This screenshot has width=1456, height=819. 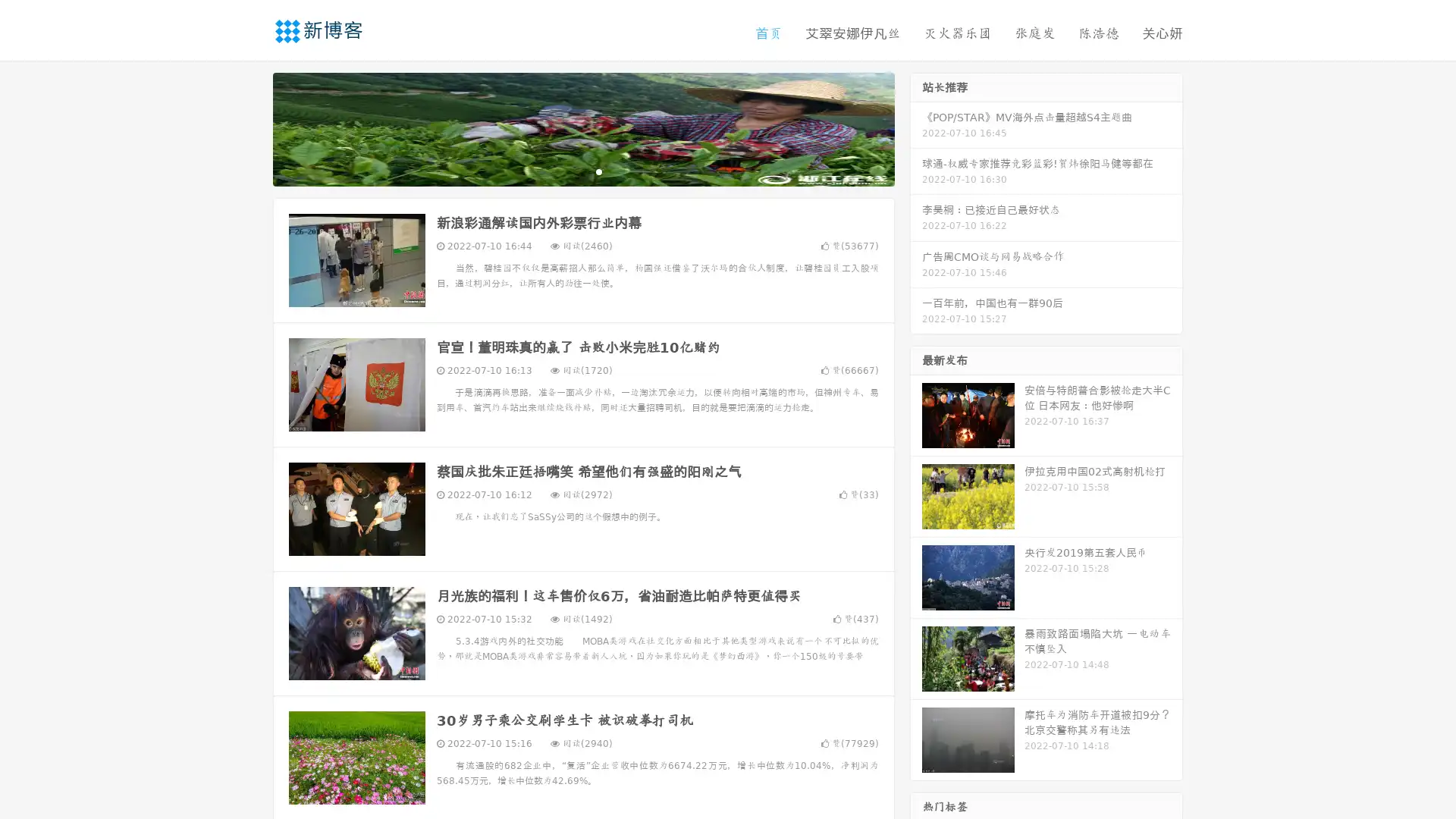 I want to click on Go to slide 1, so click(x=567, y=171).